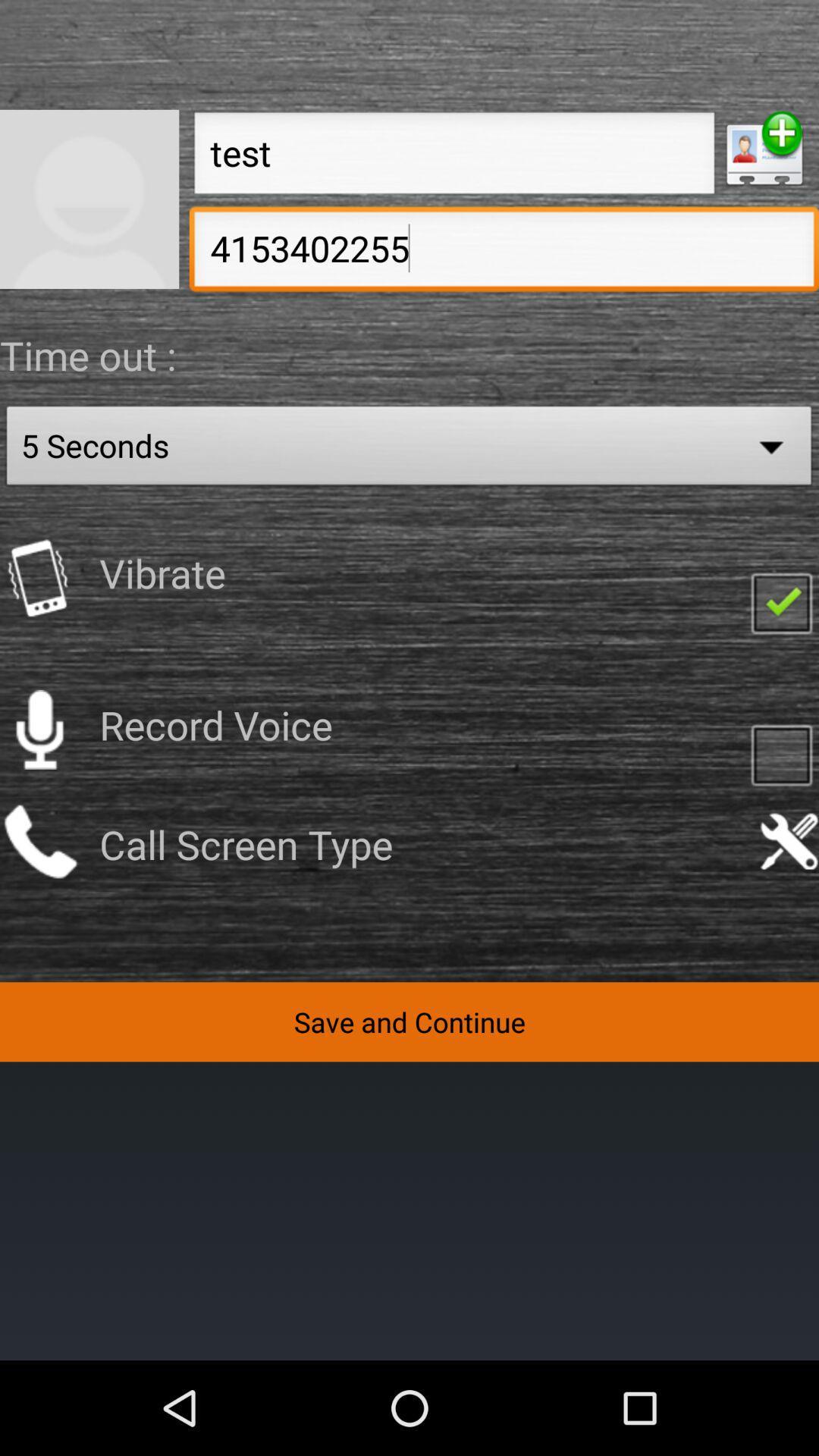  I want to click on a new profile, so click(764, 149).